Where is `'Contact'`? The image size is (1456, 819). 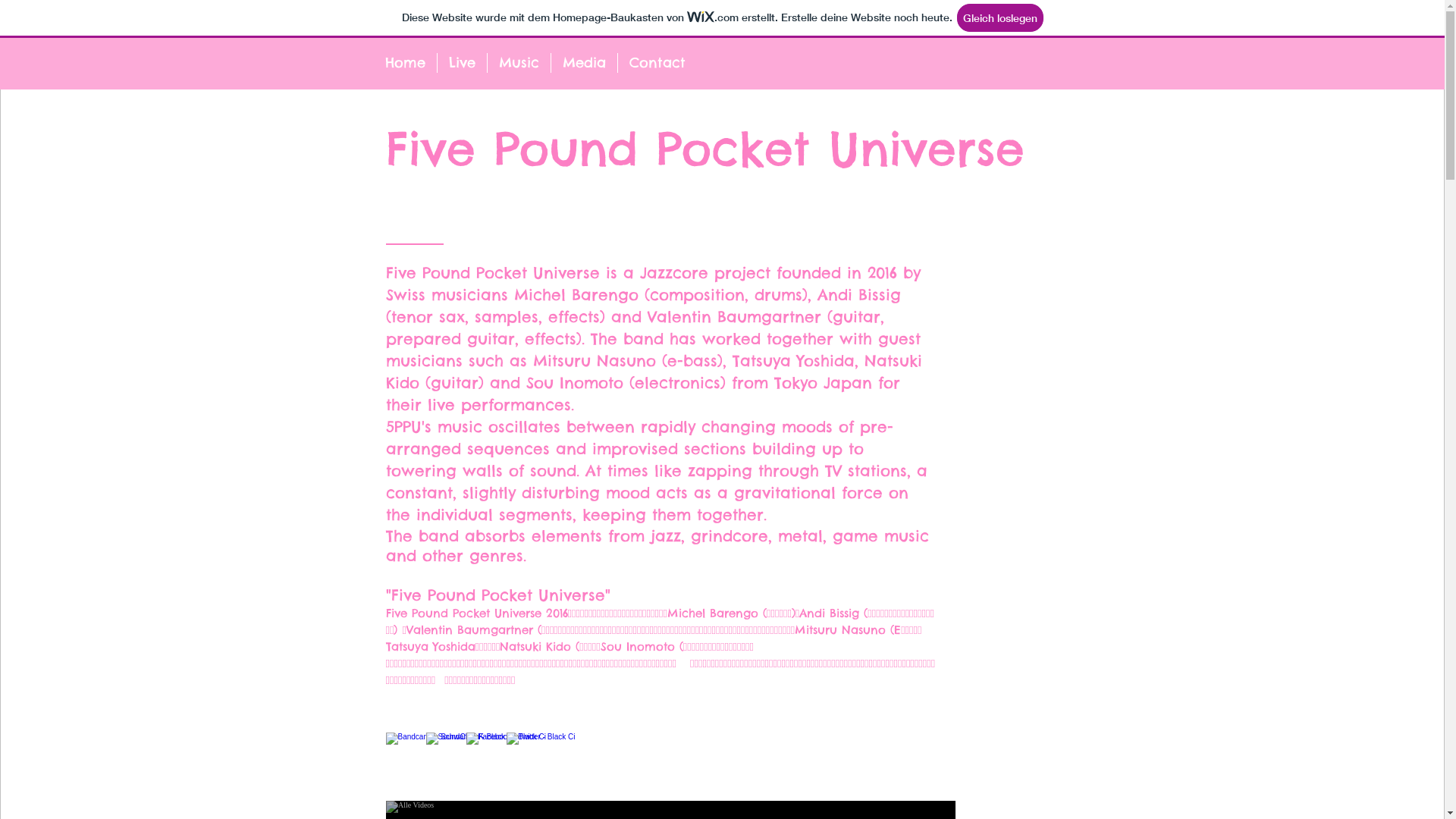
'Contact' is located at coordinates (656, 62).